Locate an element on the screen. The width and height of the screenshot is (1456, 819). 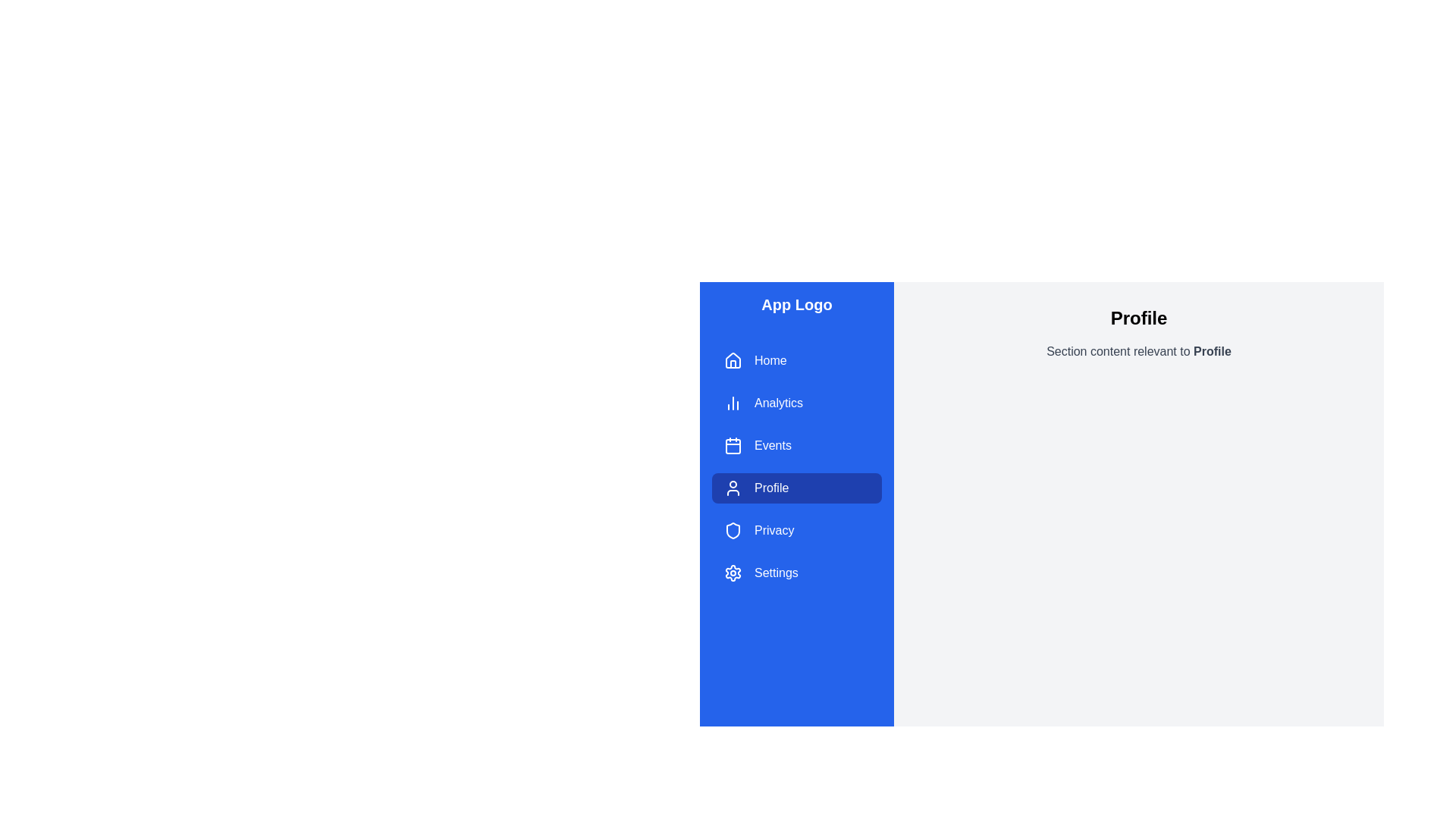
the static text element displaying the word 'Profile' in bold within the sentence 'Section content relevant to Profile.' is located at coordinates (1211, 351).